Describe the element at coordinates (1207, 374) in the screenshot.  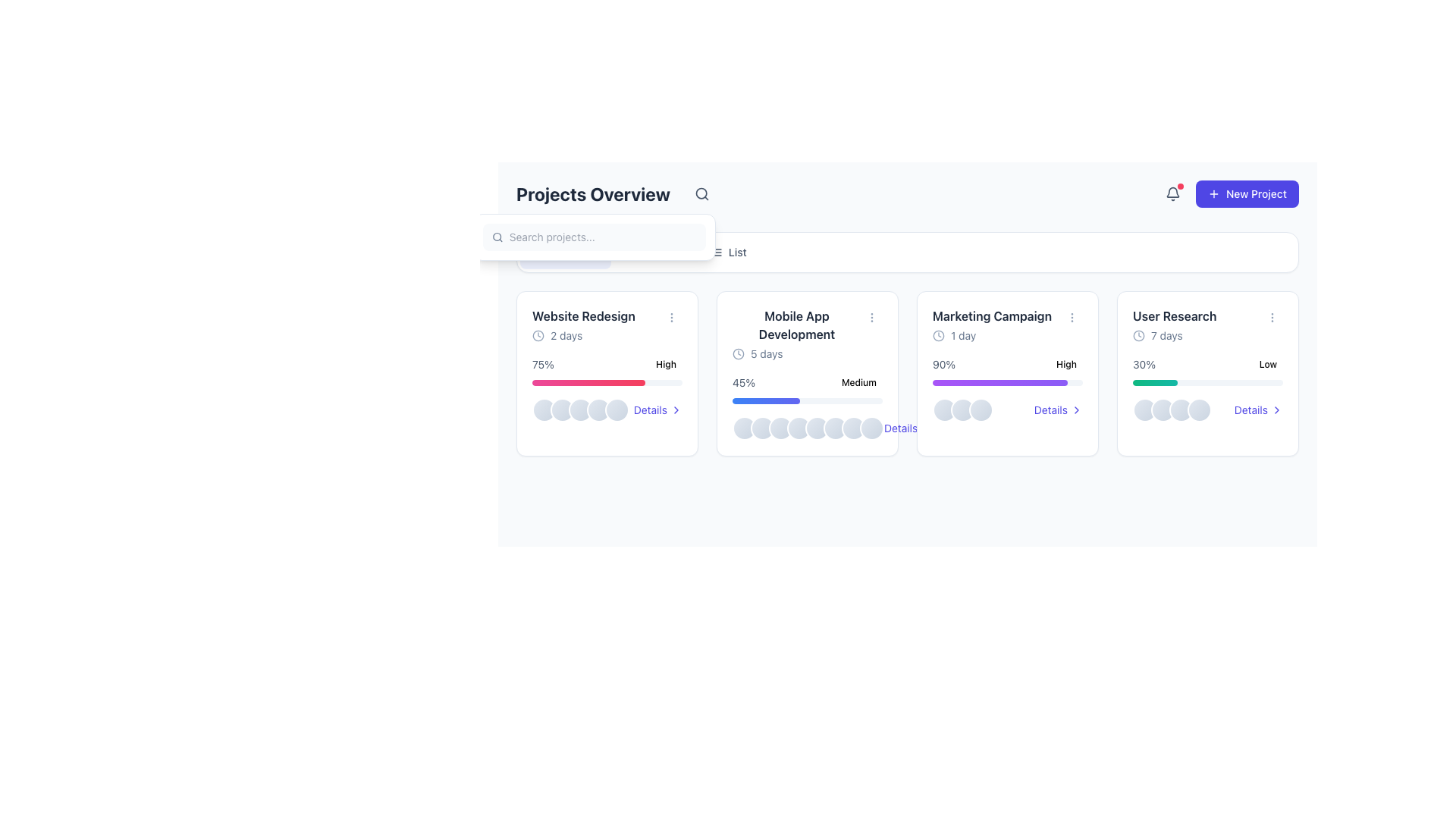
I see `the 'User Research' card, which is the fourth card in a grid layout` at that location.